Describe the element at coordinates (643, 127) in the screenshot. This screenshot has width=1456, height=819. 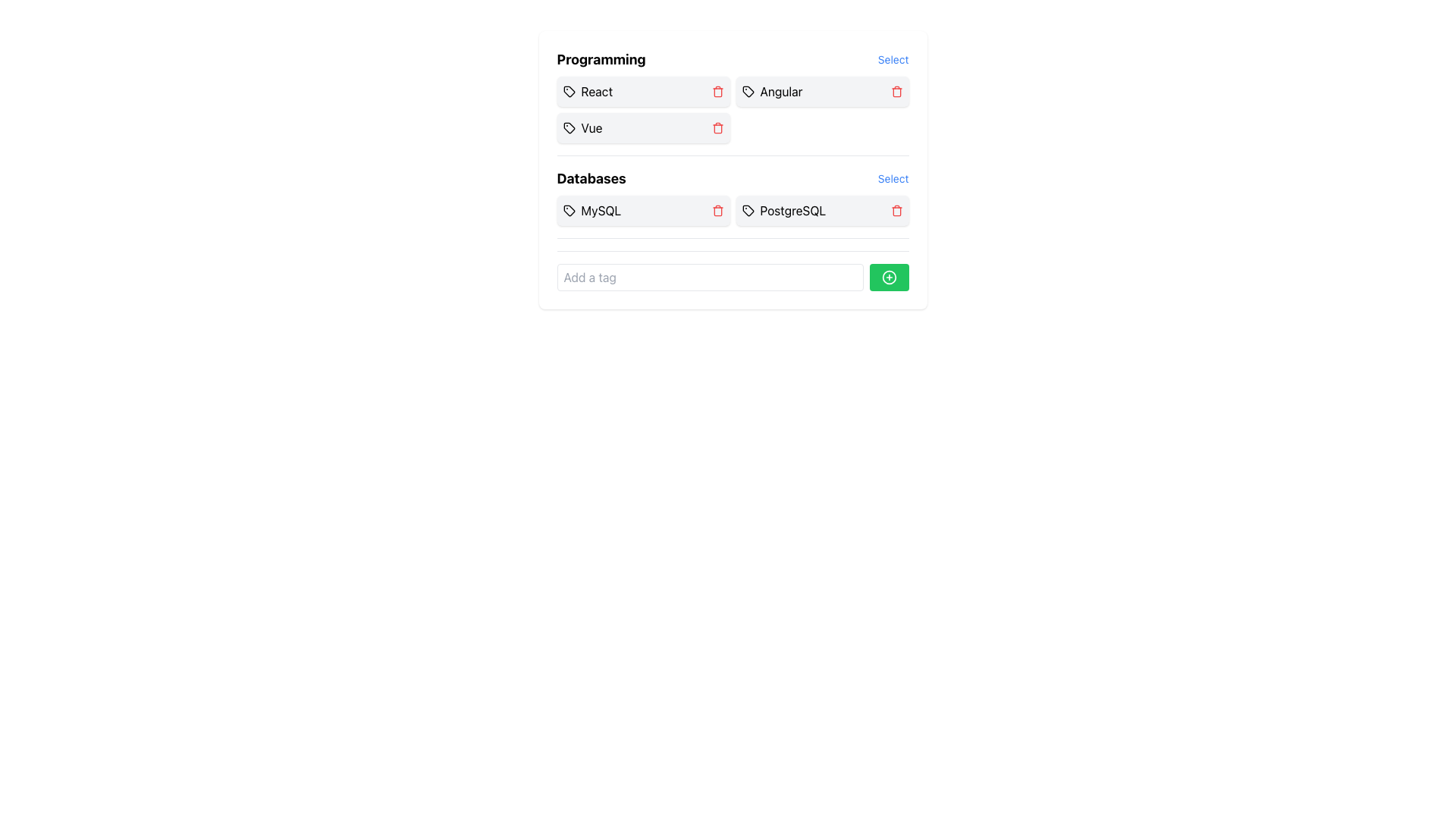
I see `the Interactive Tag Element labeled 'Vue' in the 'Programming' category` at that location.